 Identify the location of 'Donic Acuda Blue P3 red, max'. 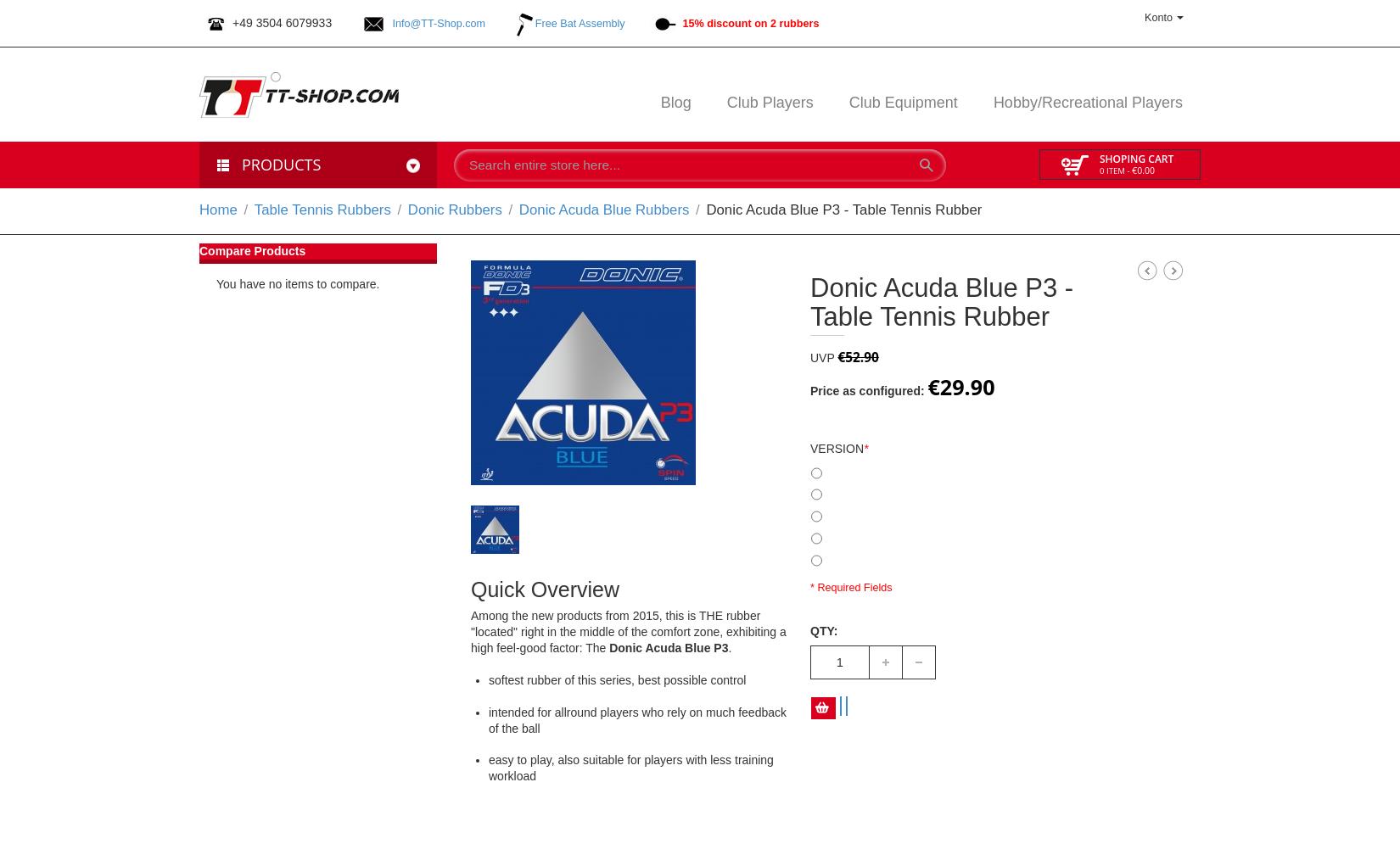
(895, 514).